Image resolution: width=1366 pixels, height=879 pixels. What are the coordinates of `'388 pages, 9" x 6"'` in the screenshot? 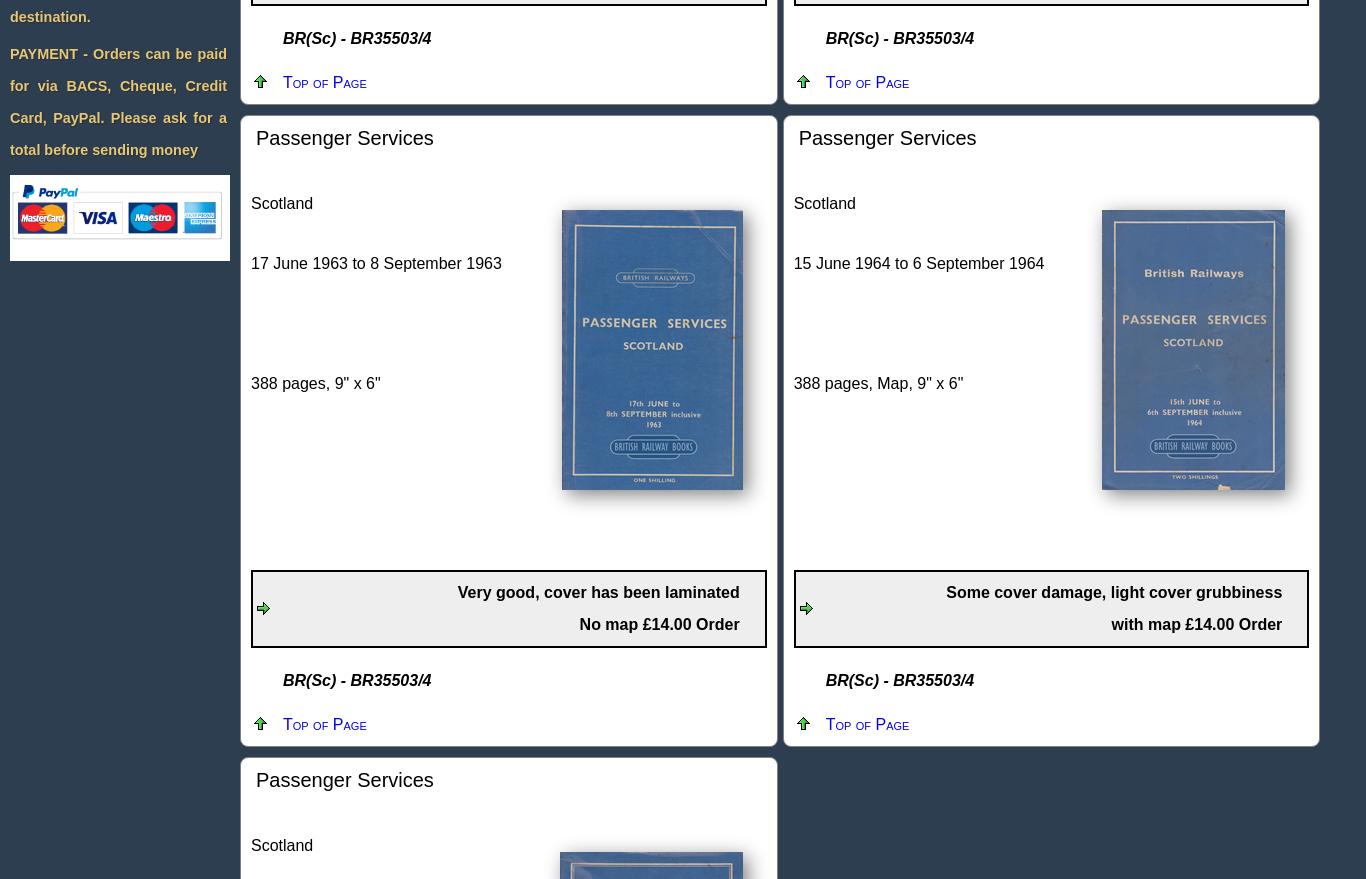 It's located at (315, 383).